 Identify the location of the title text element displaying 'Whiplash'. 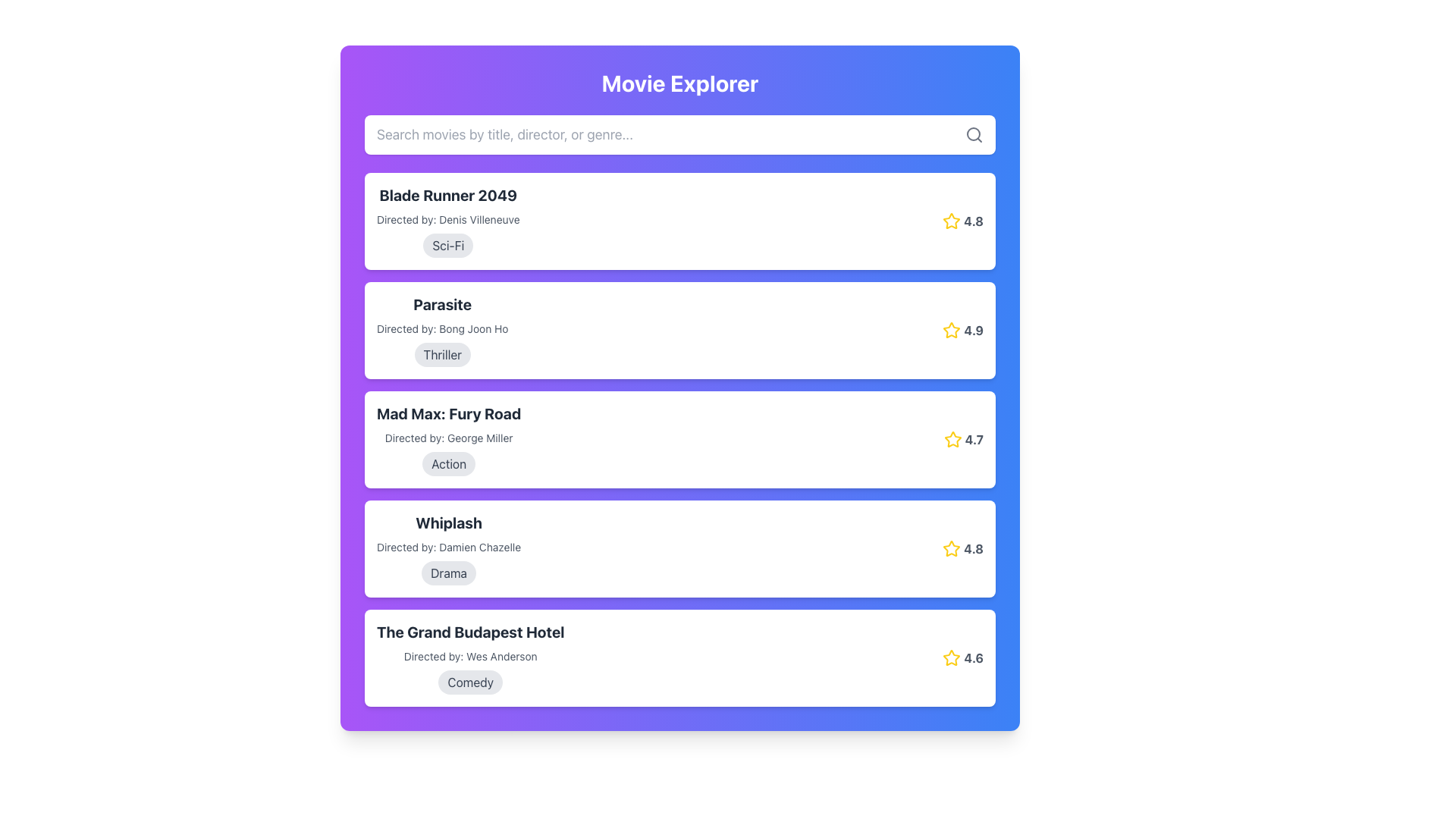
(448, 522).